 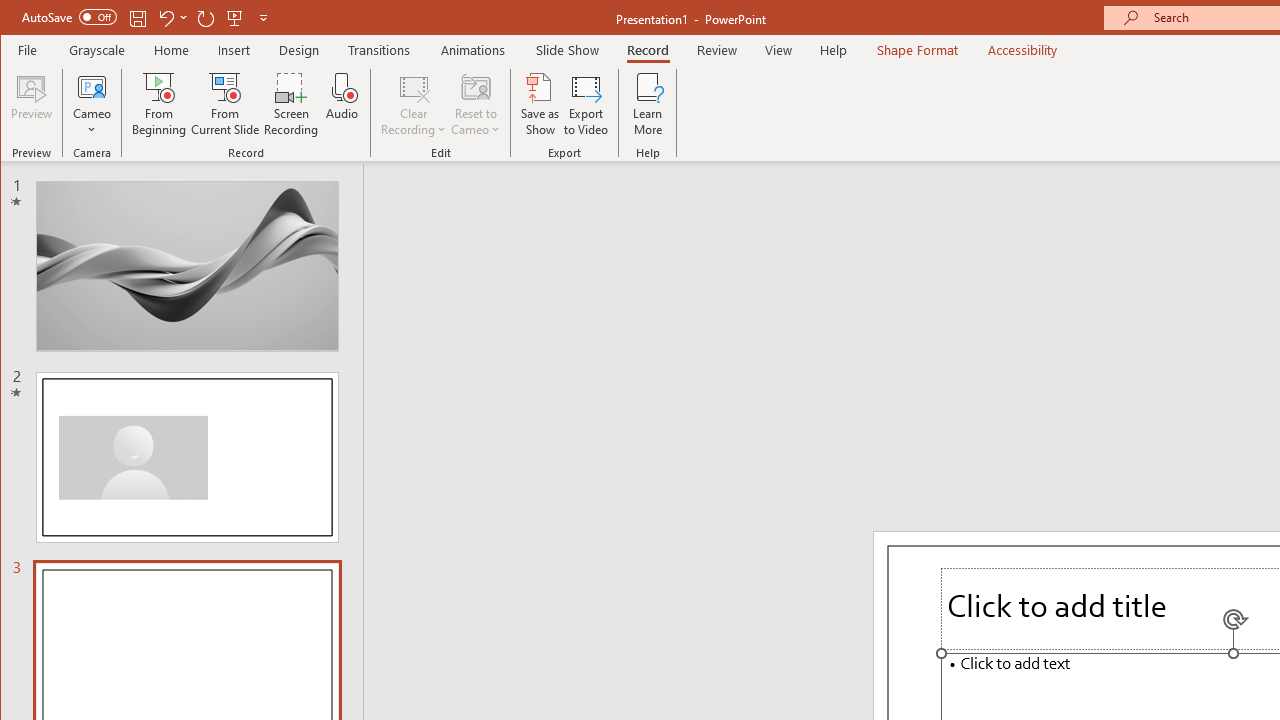 What do you see at coordinates (540, 104) in the screenshot?
I see `'Save as Show'` at bounding box center [540, 104].